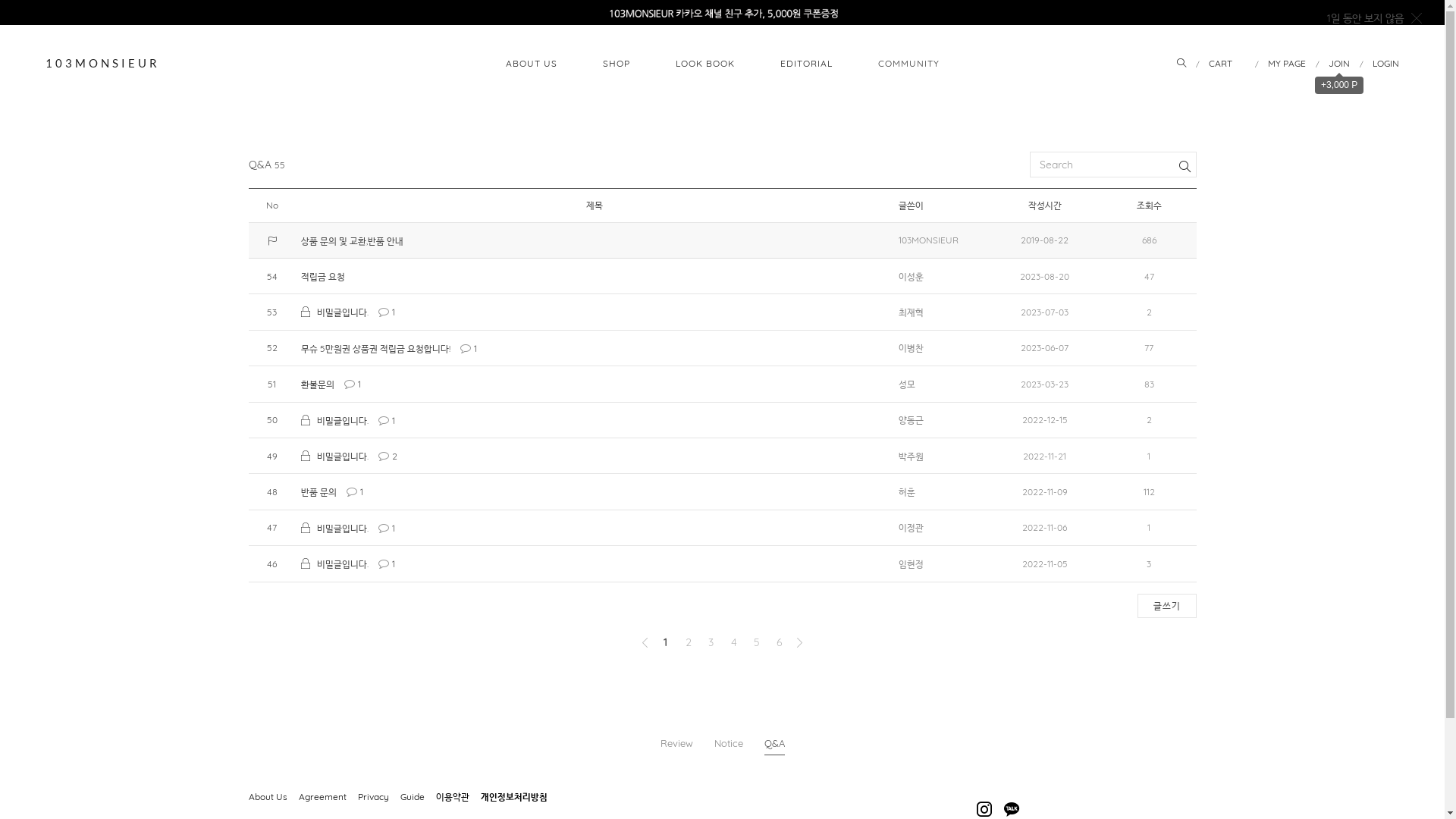 Image resolution: width=1456 pixels, height=819 pixels. What do you see at coordinates (1226, 62) in the screenshot?
I see `'CART'` at bounding box center [1226, 62].